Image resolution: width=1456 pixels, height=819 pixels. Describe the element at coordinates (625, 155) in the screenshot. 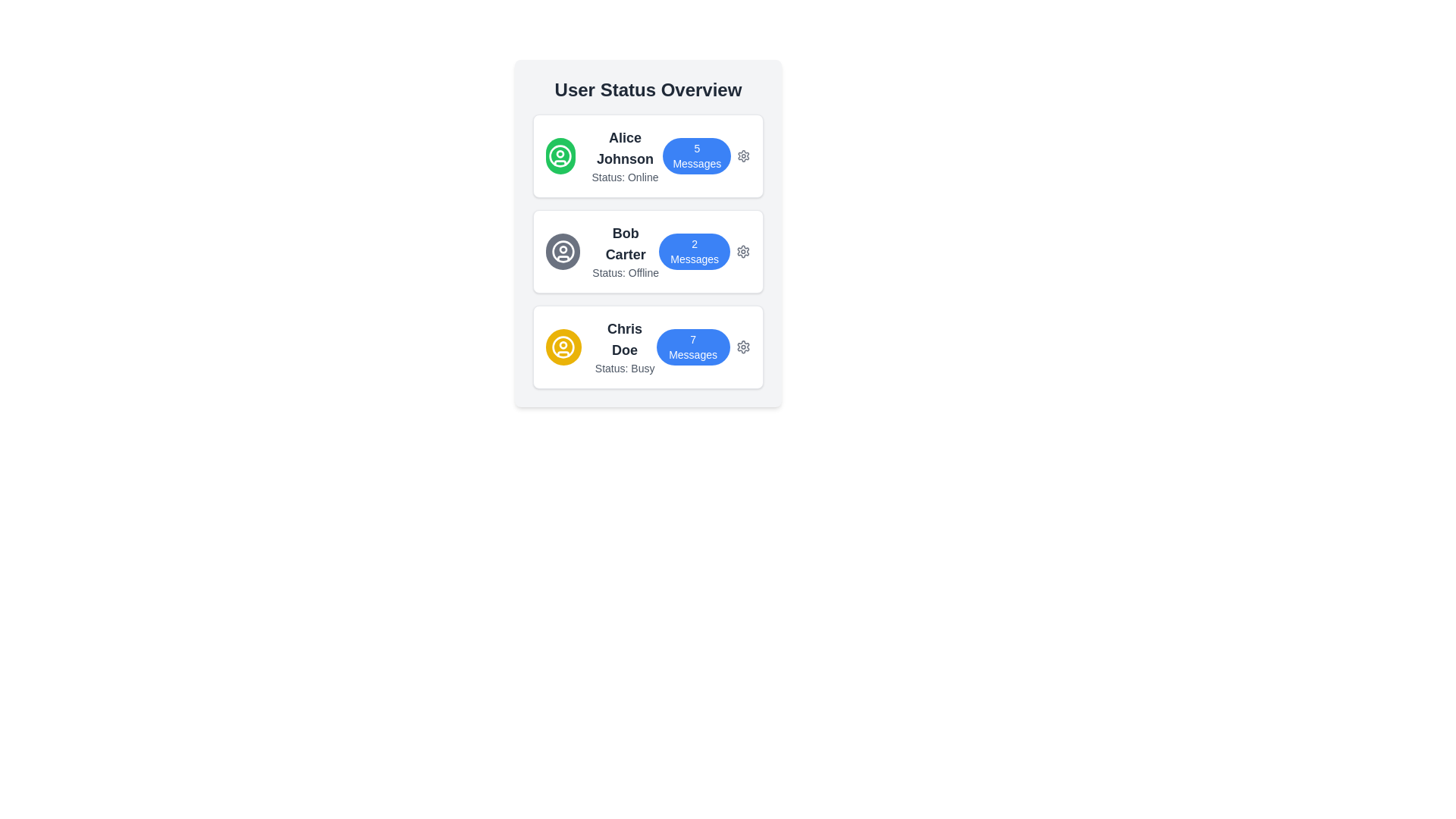

I see `text label displaying the user's name 'Alice Johnson' and their online status, which is located to the right of a green circular avatar and to the left of a blue button labeled '5 Messages'` at that location.